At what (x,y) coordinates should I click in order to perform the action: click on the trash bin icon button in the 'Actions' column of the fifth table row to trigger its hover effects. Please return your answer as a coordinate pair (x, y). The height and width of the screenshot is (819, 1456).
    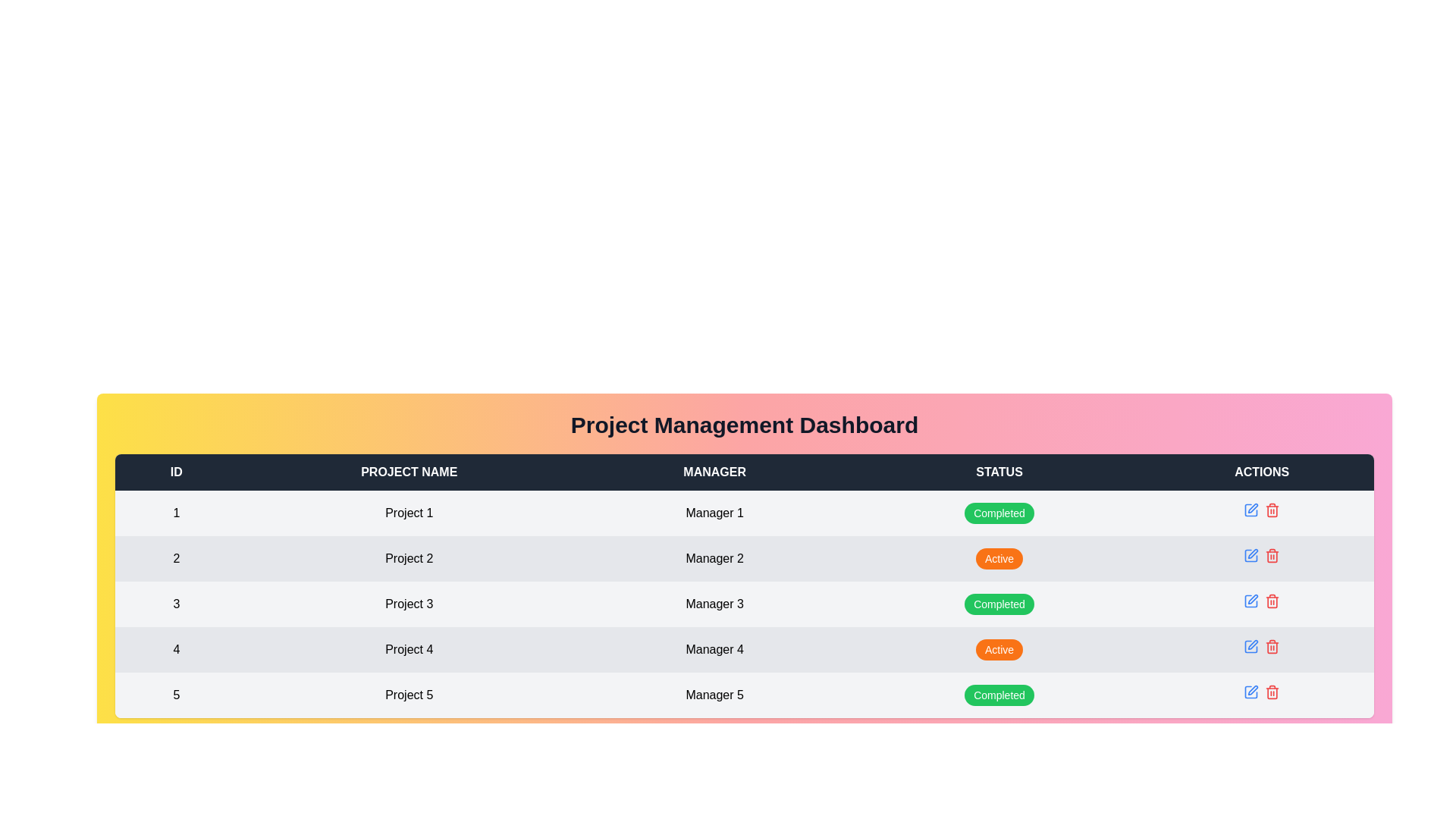
    Looking at the image, I should click on (1272, 692).